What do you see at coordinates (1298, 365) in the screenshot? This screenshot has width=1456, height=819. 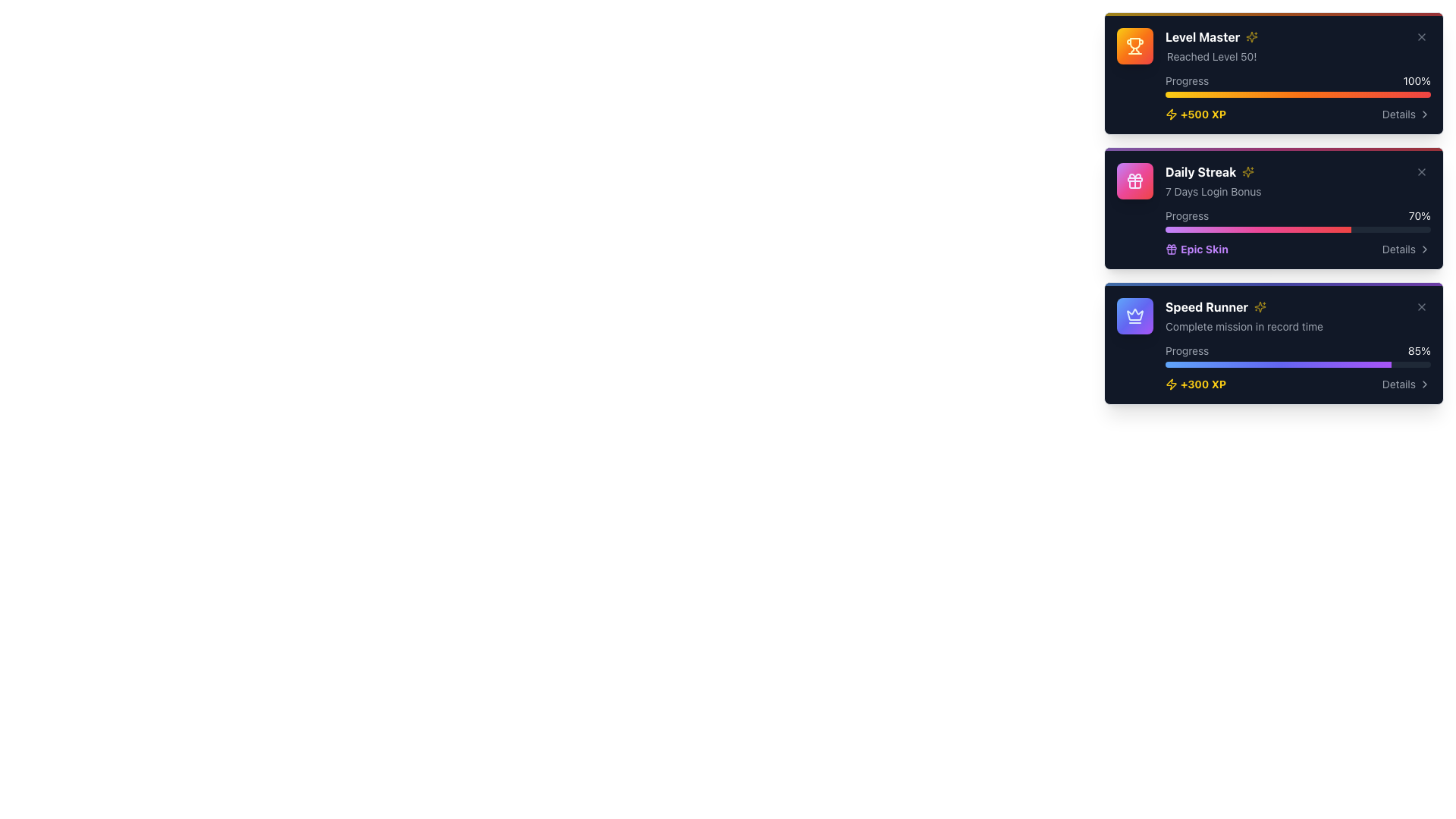 I see `the progress bar located at the bottom of the 'Speed Runner' card, which indicates 85% completion` at bounding box center [1298, 365].